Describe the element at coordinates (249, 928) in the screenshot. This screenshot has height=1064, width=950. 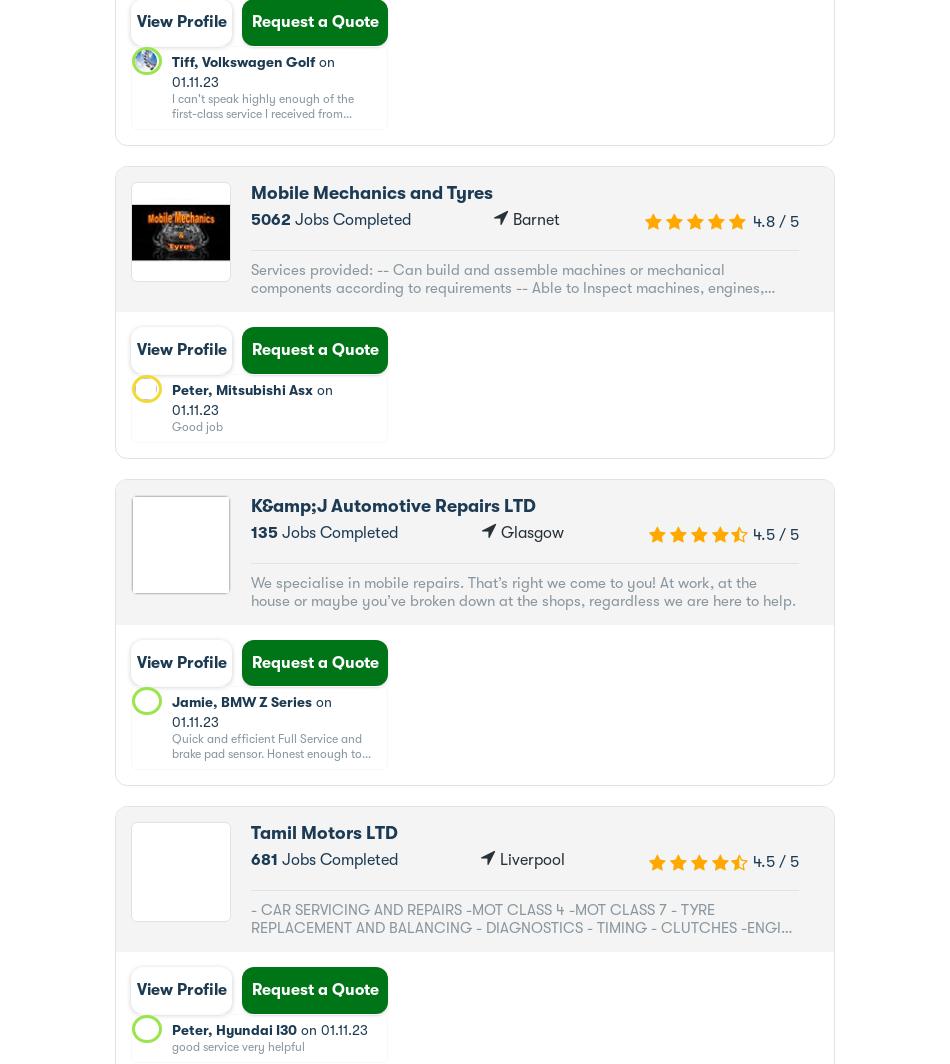
I see `'- CAR SERVICING AND REPAIRS
-MOT CLASS 4
-MOT CLASS 7
- TYRE REPLACEMENT AND BALANCING
- DIAGNOSTICS
- TIMING
- CLUTCHES
-ENGINE REPAIR AND REPLACING'` at that location.